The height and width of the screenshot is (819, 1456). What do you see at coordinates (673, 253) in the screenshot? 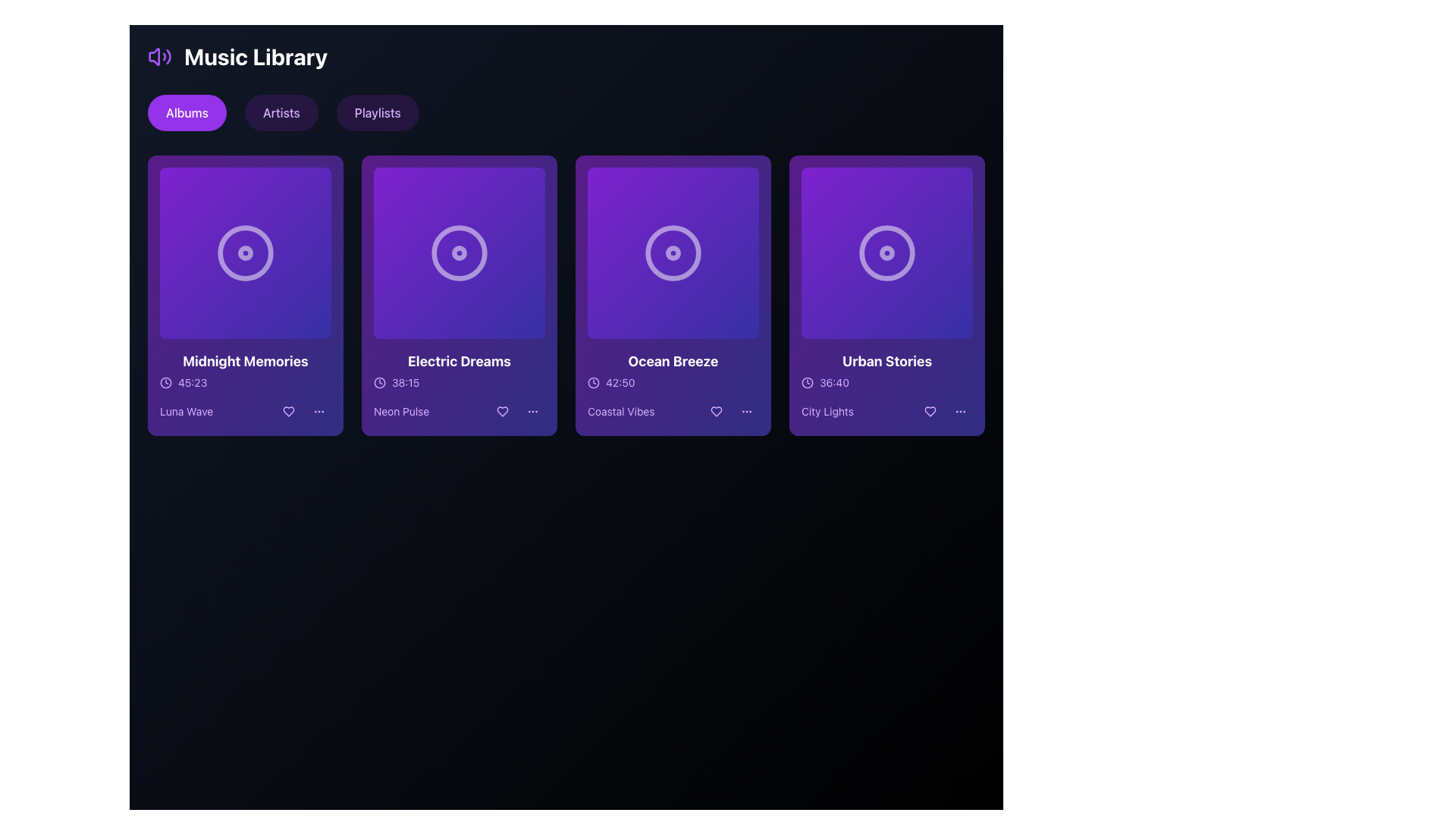
I see `the smaller SVG circle element at the center of the decorative icon on the 'Ocean Breeze' card, which is the third card from the left in the grid layout` at bounding box center [673, 253].